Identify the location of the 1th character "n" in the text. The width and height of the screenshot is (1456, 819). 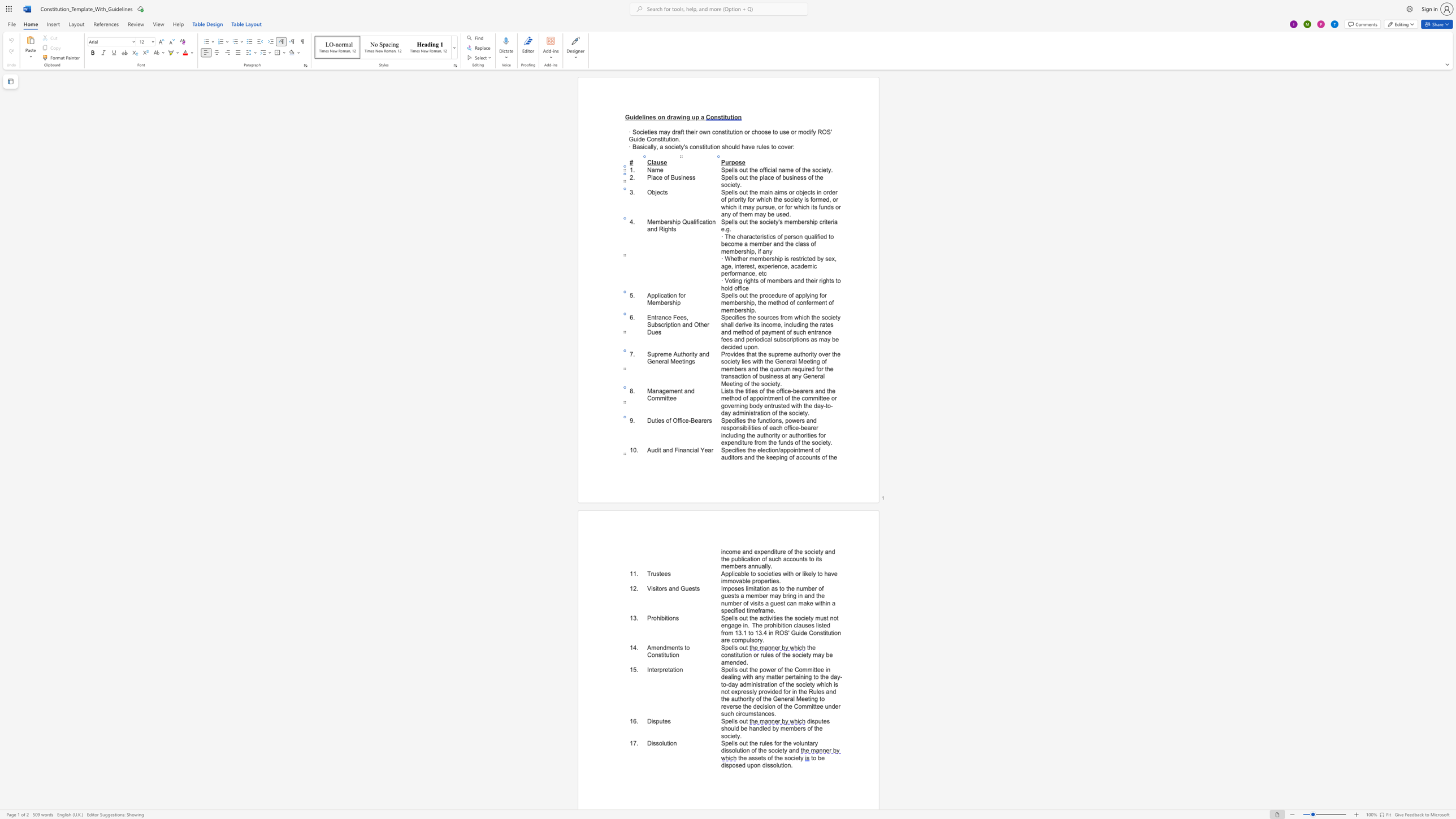
(674, 617).